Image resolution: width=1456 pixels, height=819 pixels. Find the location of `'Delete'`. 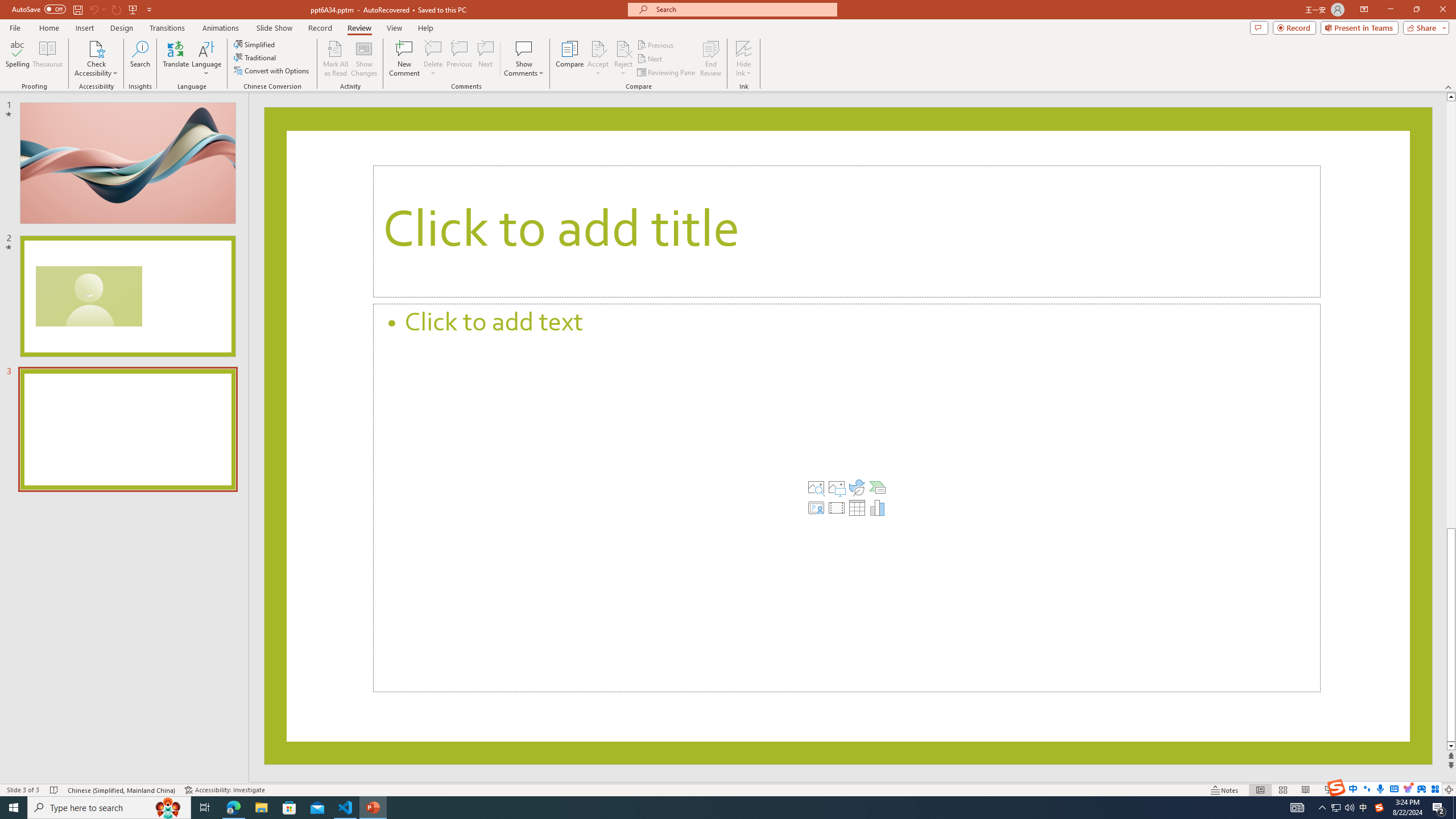

'Delete' is located at coordinates (433, 48).